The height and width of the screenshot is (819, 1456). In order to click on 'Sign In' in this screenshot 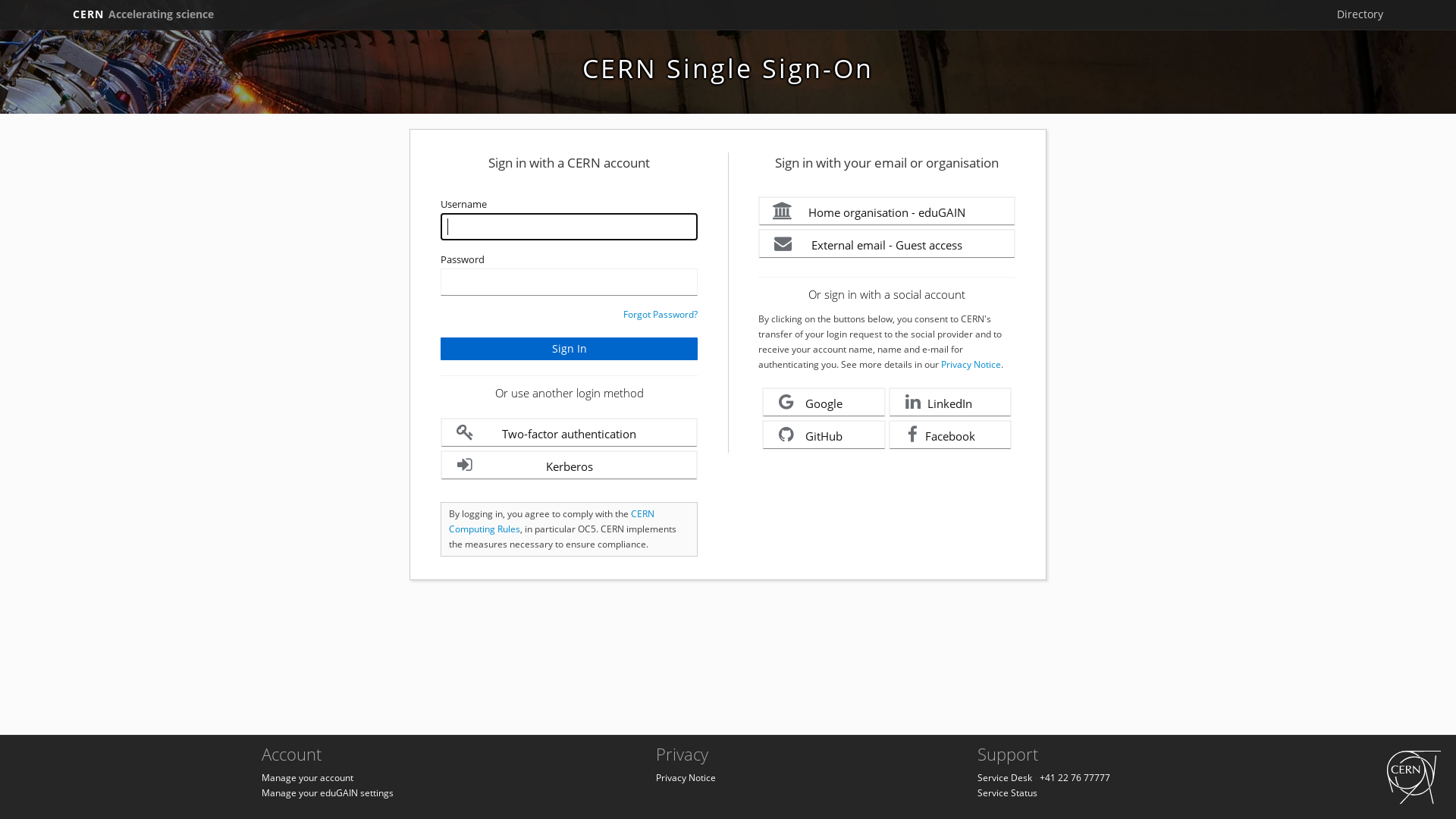, I will do `click(568, 349)`.